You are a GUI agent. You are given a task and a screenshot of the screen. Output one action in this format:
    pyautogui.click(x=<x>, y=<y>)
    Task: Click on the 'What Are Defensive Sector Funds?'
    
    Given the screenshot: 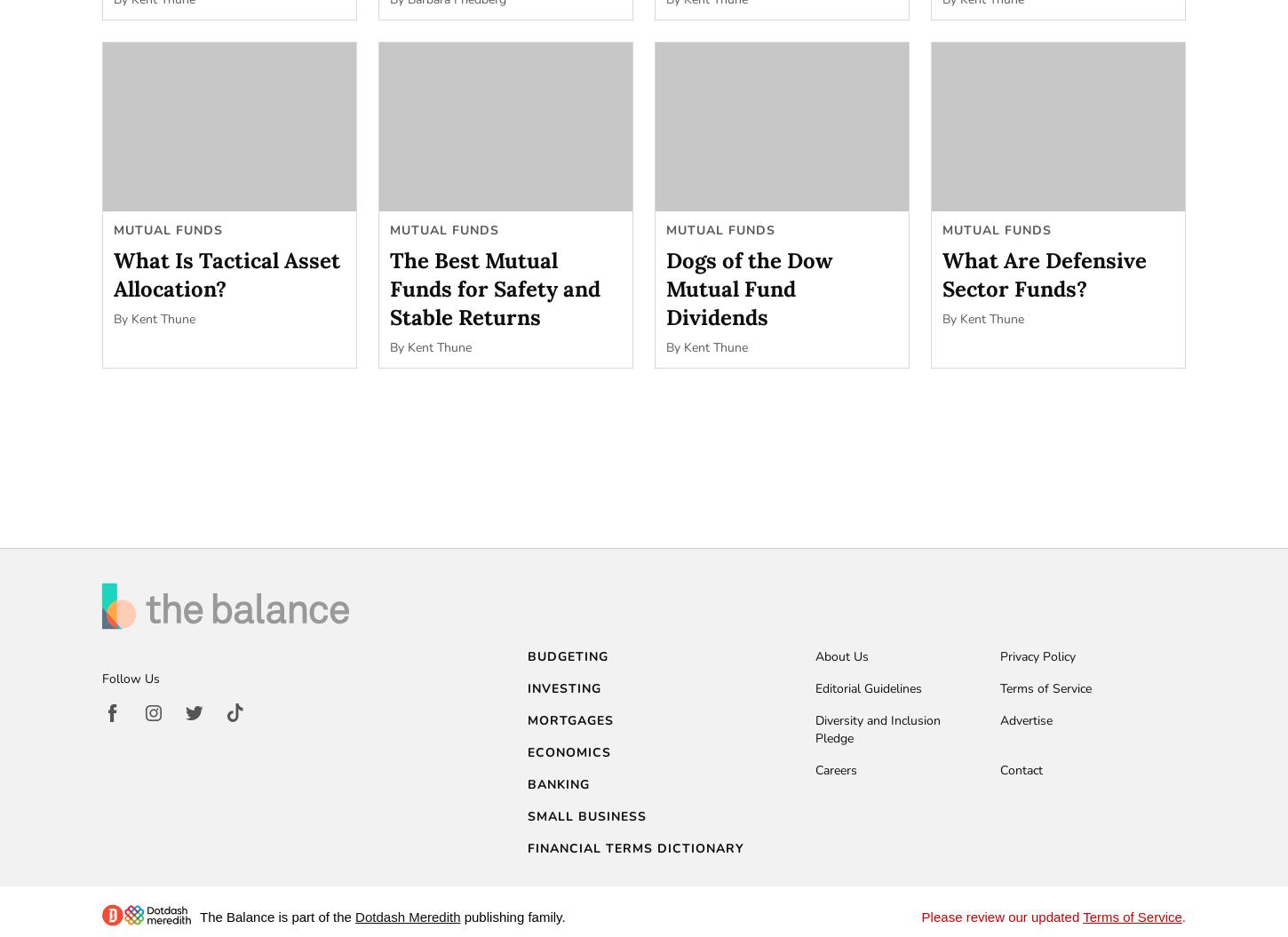 What is the action you would take?
    pyautogui.click(x=942, y=274)
    